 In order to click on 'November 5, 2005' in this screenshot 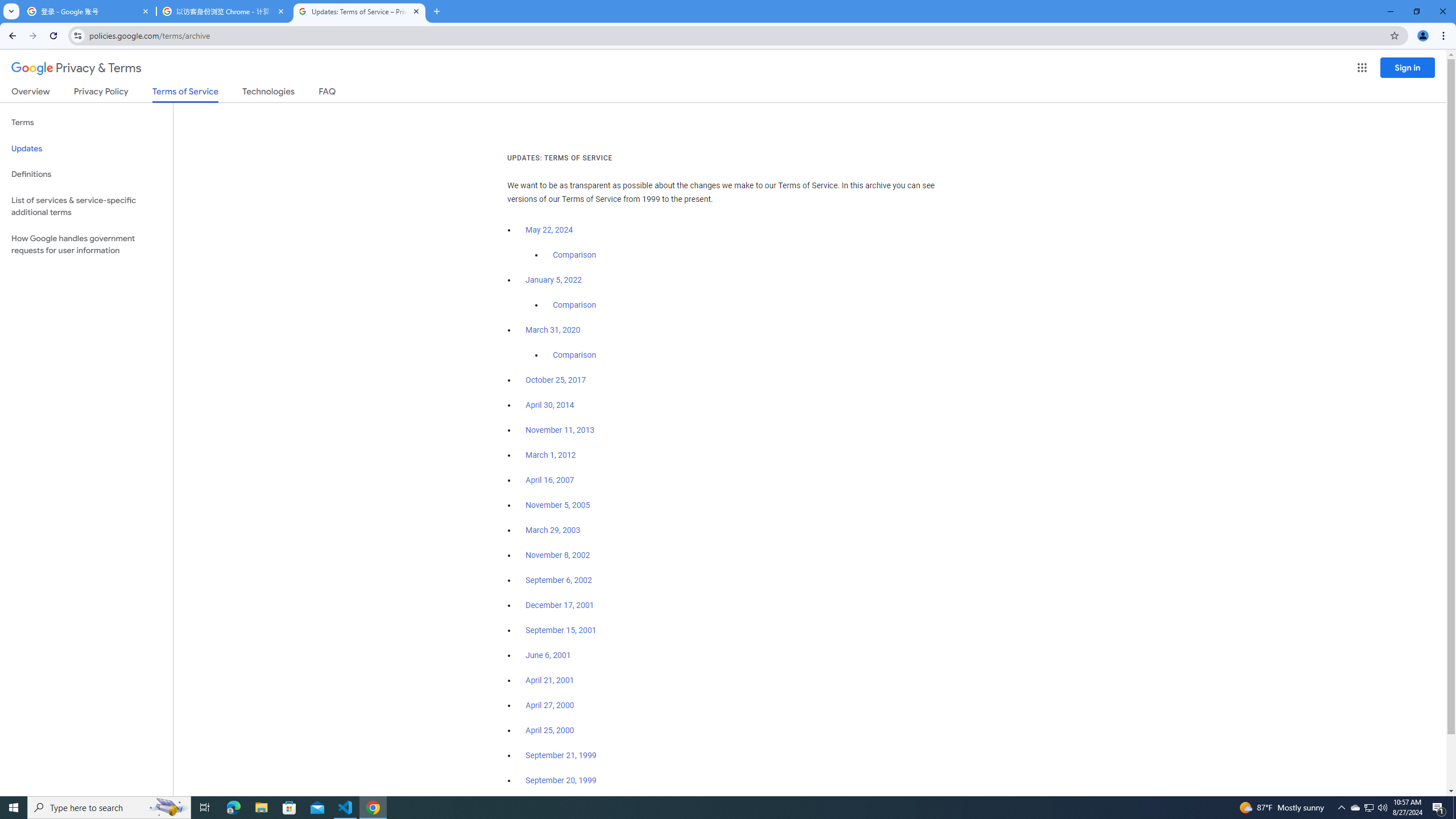, I will do `click(557, 505)`.